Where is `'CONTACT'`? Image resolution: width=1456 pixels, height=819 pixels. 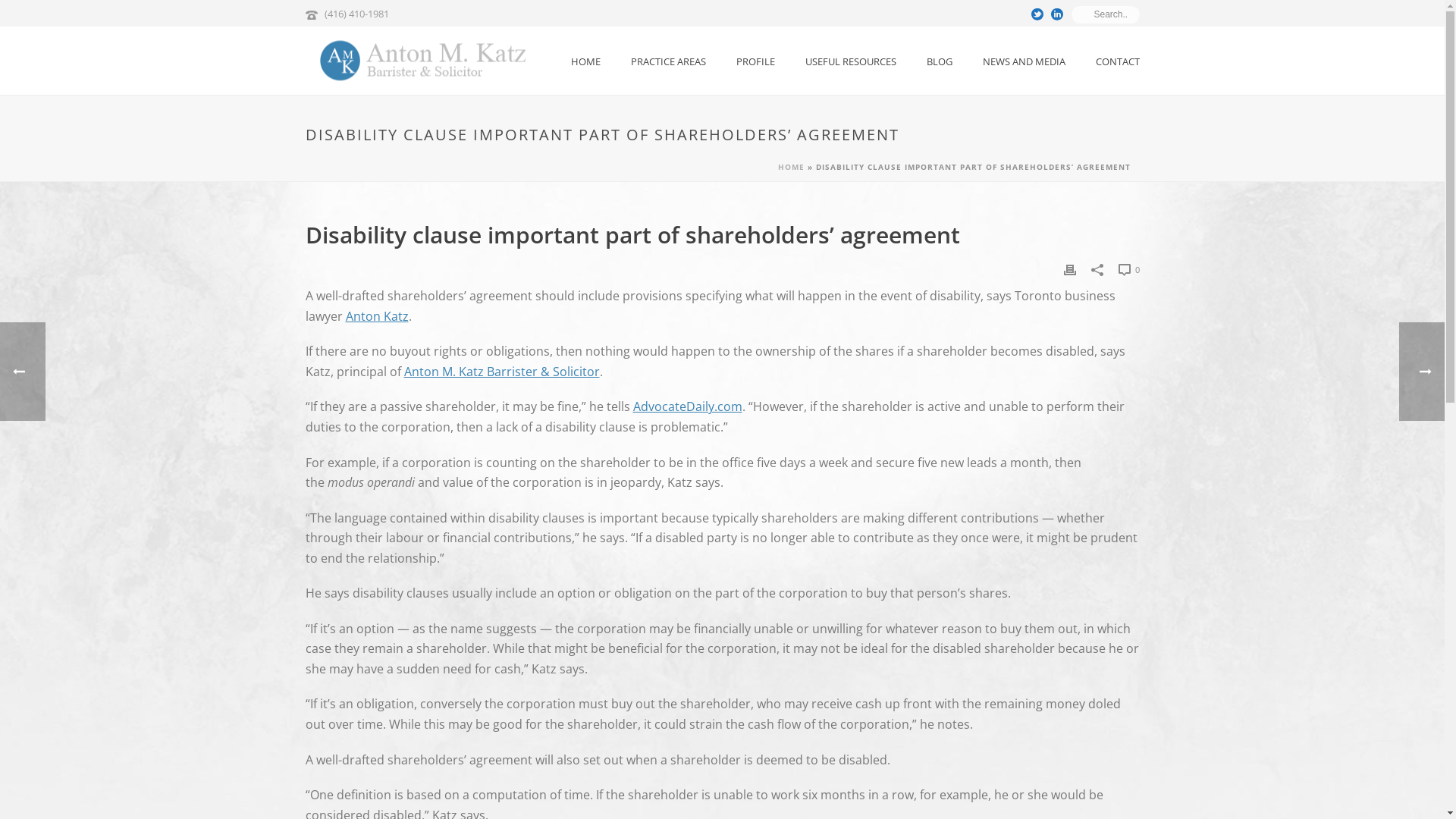 'CONTACT' is located at coordinates (1117, 61).